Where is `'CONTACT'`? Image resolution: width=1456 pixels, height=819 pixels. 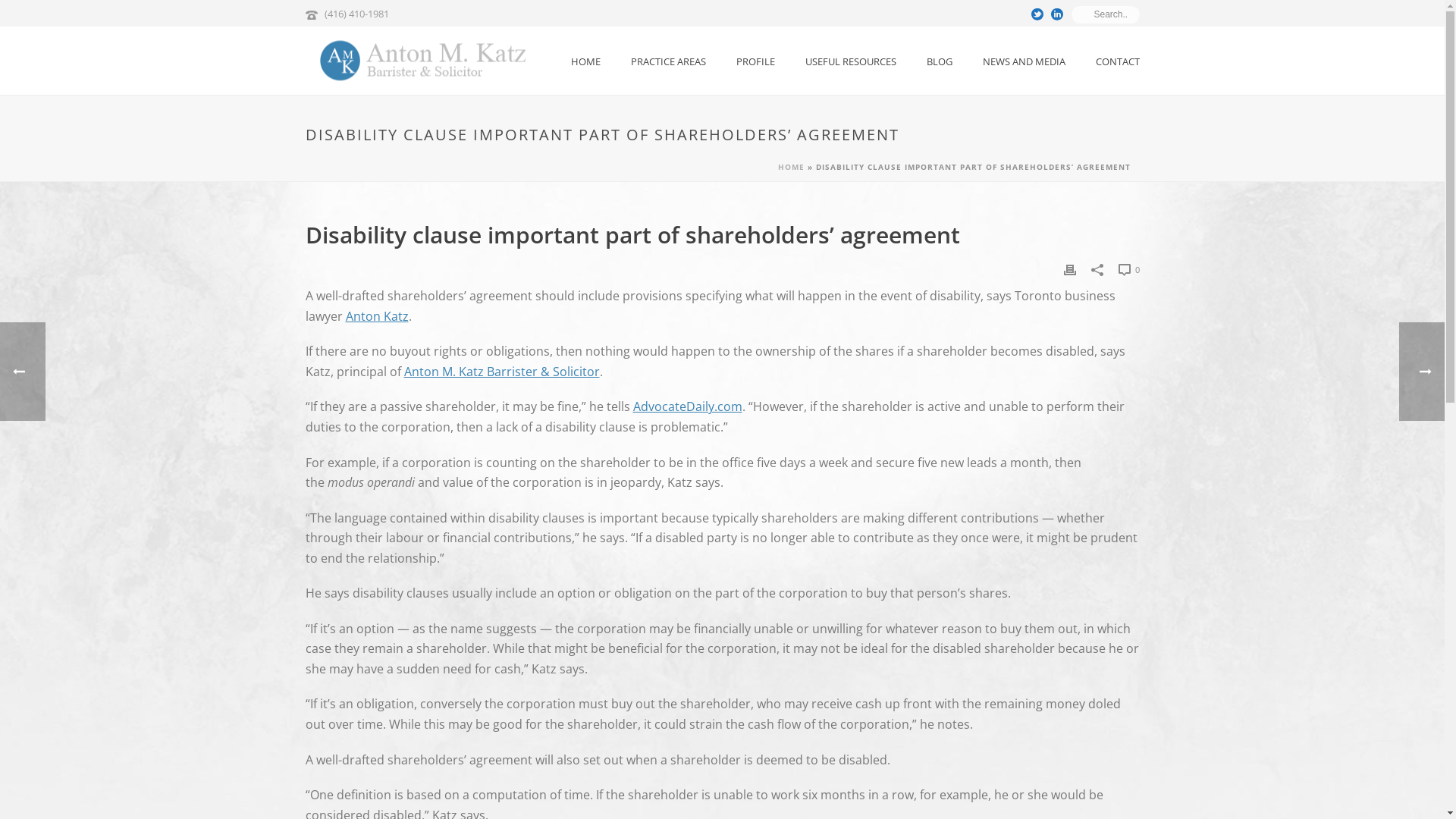 'CONTACT' is located at coordinates (1117, 61).